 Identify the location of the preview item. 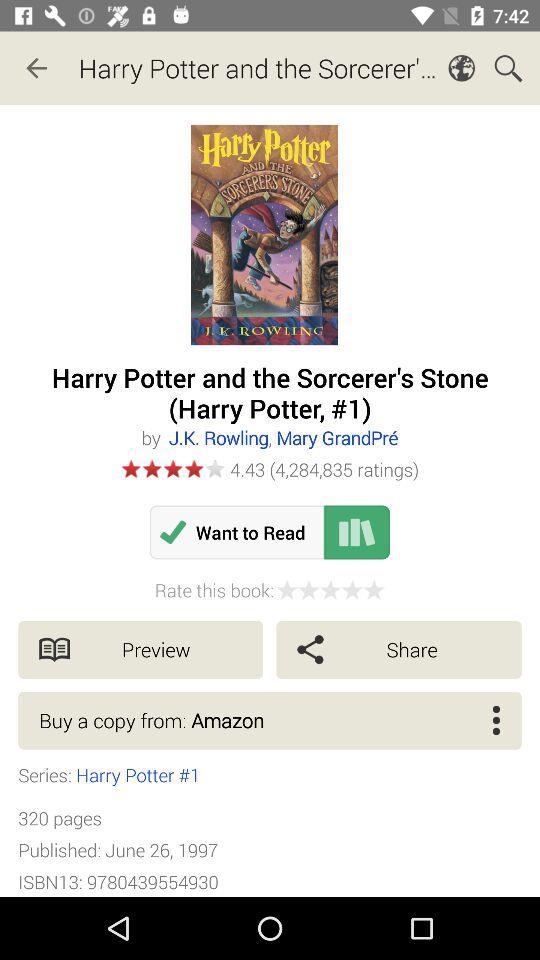
(139, 648).